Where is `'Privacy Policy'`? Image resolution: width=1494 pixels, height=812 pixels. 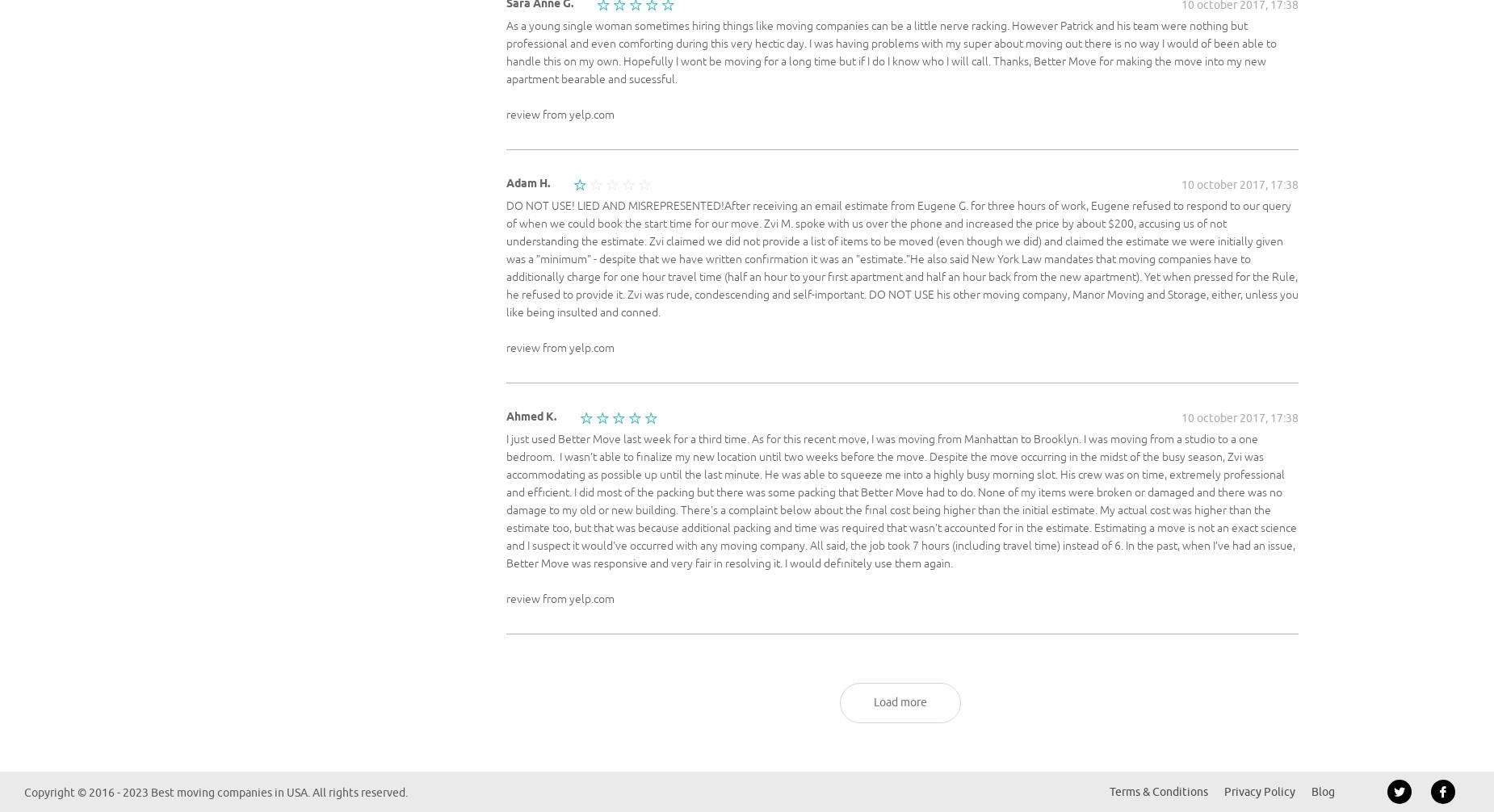
'Privacy Policy' is located at coordinates (1259, 791).